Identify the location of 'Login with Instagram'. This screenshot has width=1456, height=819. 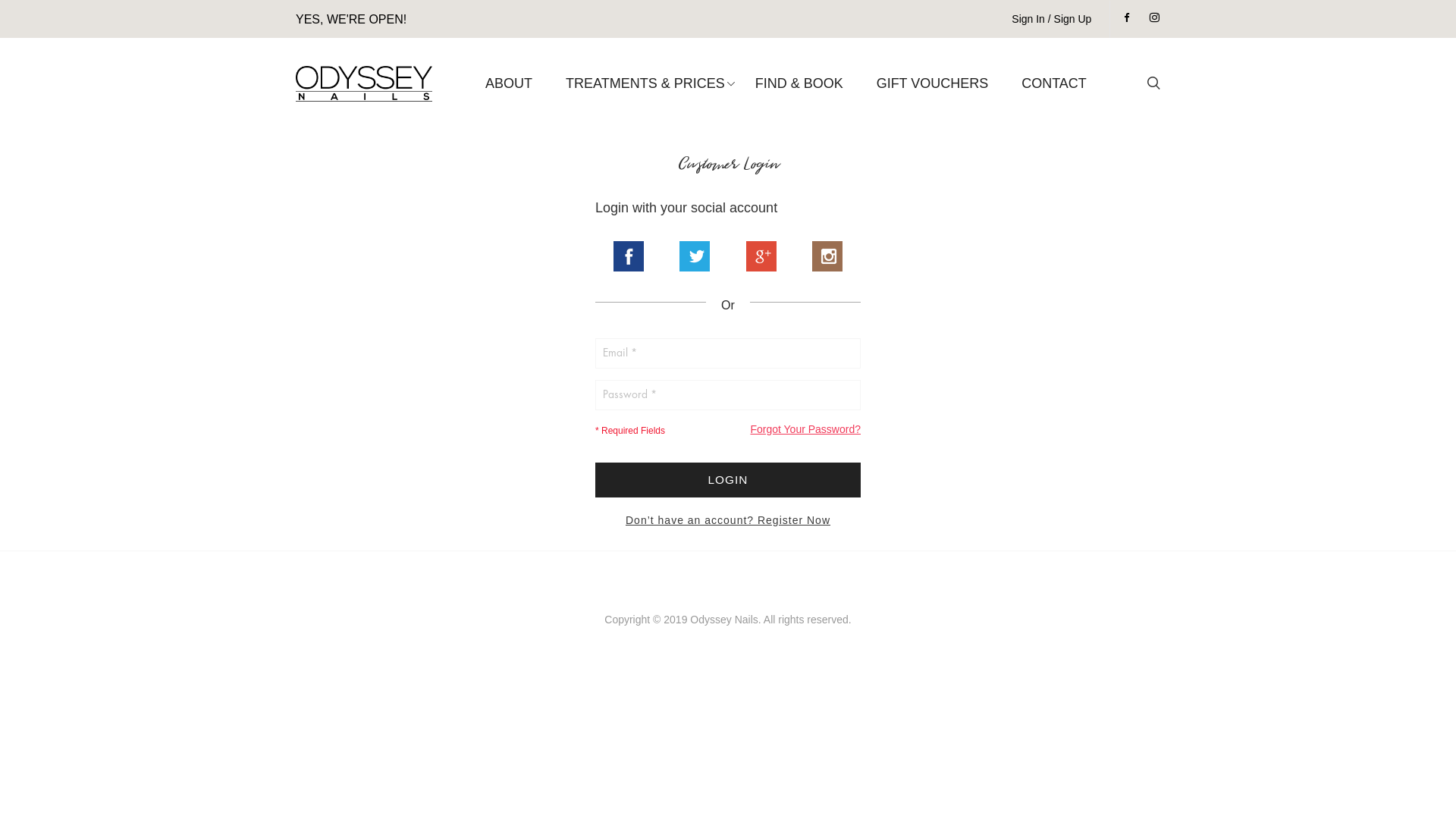
(826, 256).